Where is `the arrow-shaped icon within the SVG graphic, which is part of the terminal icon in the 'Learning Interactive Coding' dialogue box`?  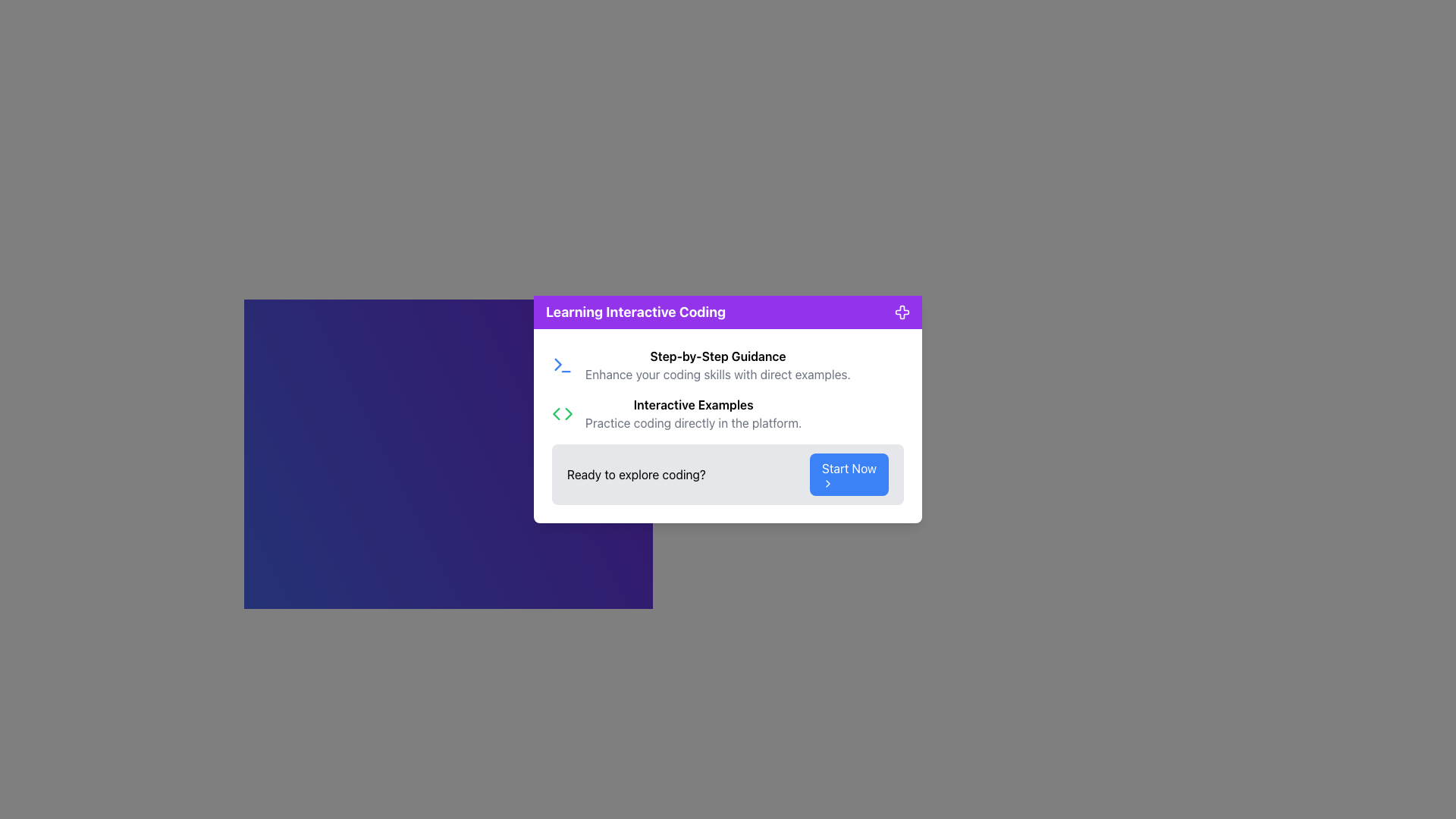
the arrow-shaped icon within the SVG graphic, which is part of the terminal icon in the 'Learning Interactive Coding' dialogue box is located at coordinates (557, 364).